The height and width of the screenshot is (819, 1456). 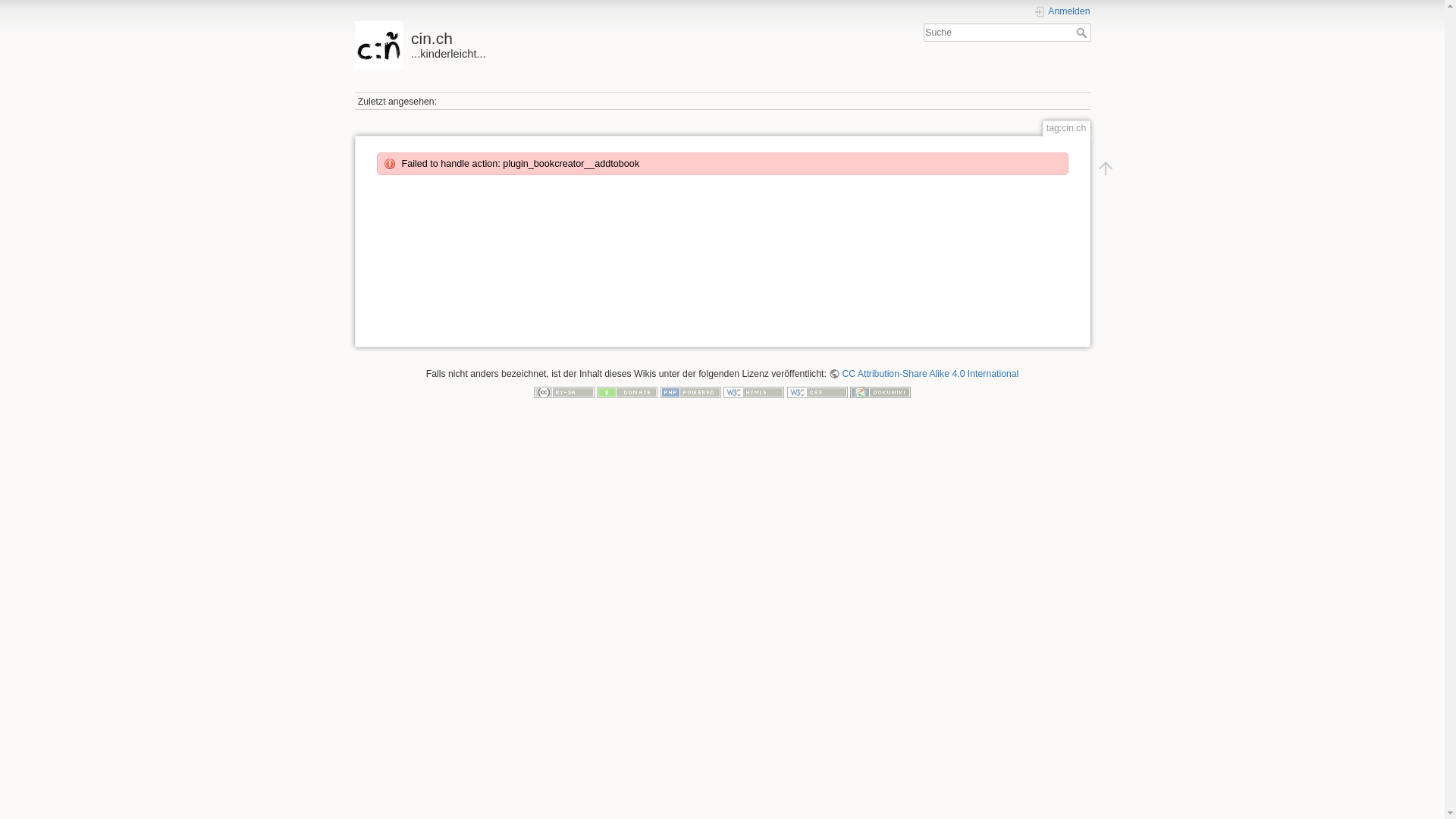 I want to click on 'Driven by DokuWiki', so click(x=880, y=391).